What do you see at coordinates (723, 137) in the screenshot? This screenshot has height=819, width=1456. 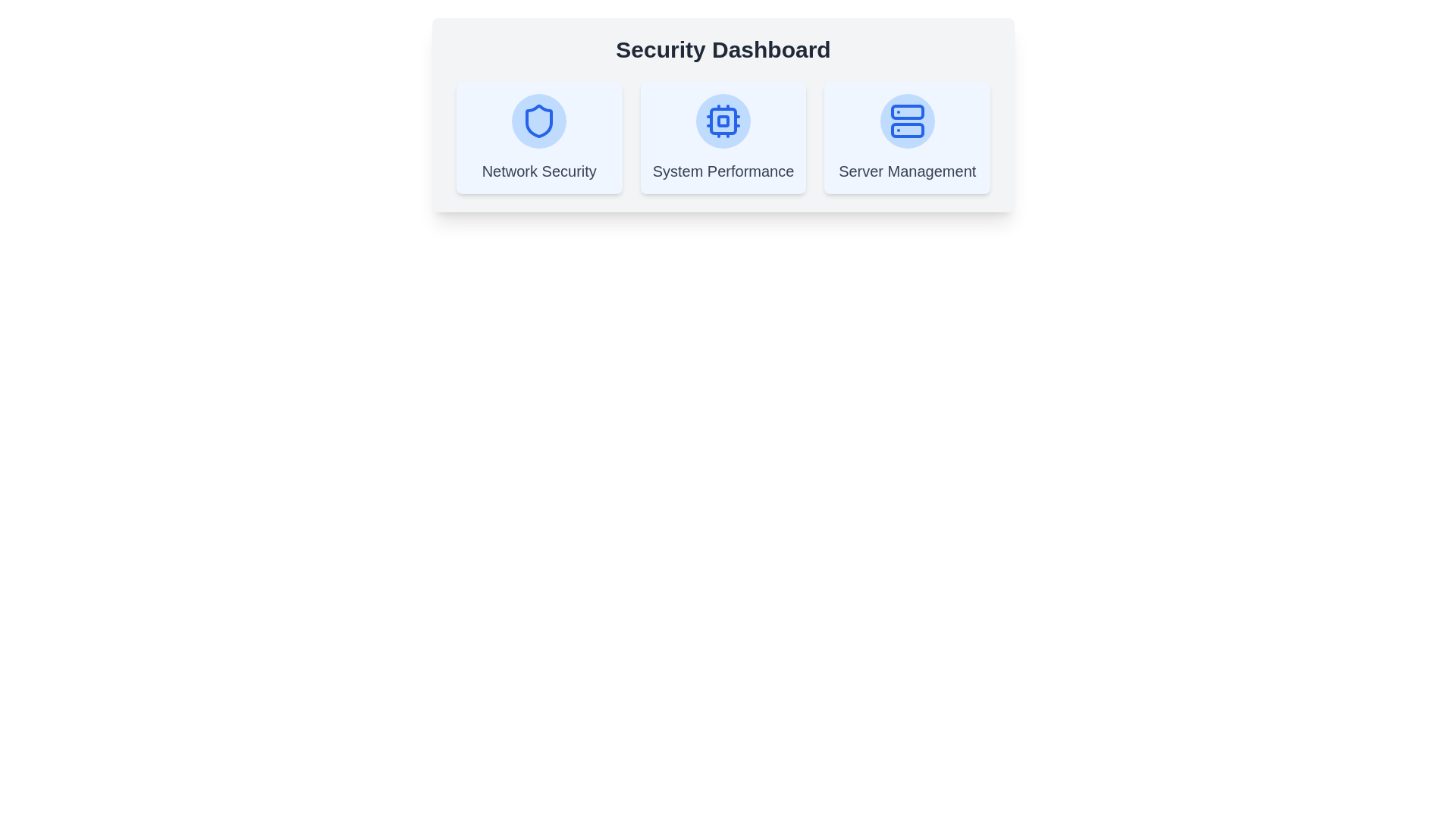 I see `the 'System Performance' section which visually represents the functionality and is located between 'Network Security' and 'Server Management'` at bounding box center [723, 137].